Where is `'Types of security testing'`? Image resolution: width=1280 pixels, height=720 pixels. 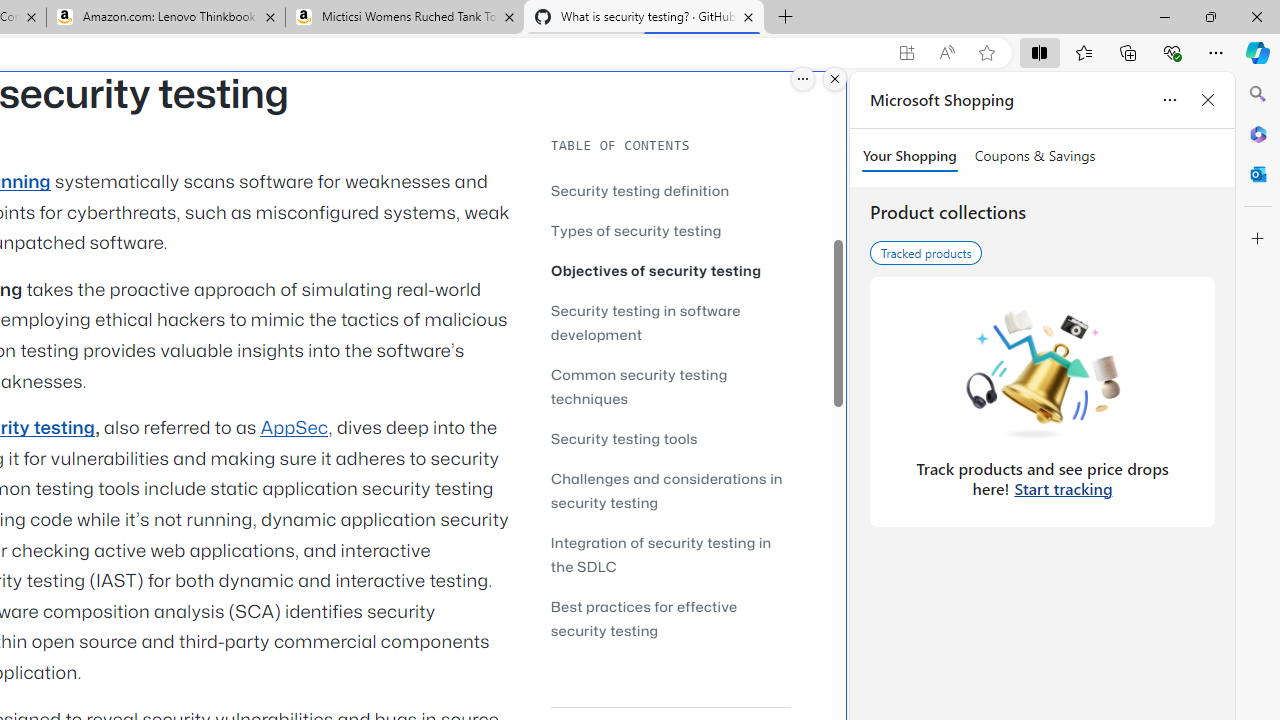
'Types of security testing' is located at coordinates (635, 229).